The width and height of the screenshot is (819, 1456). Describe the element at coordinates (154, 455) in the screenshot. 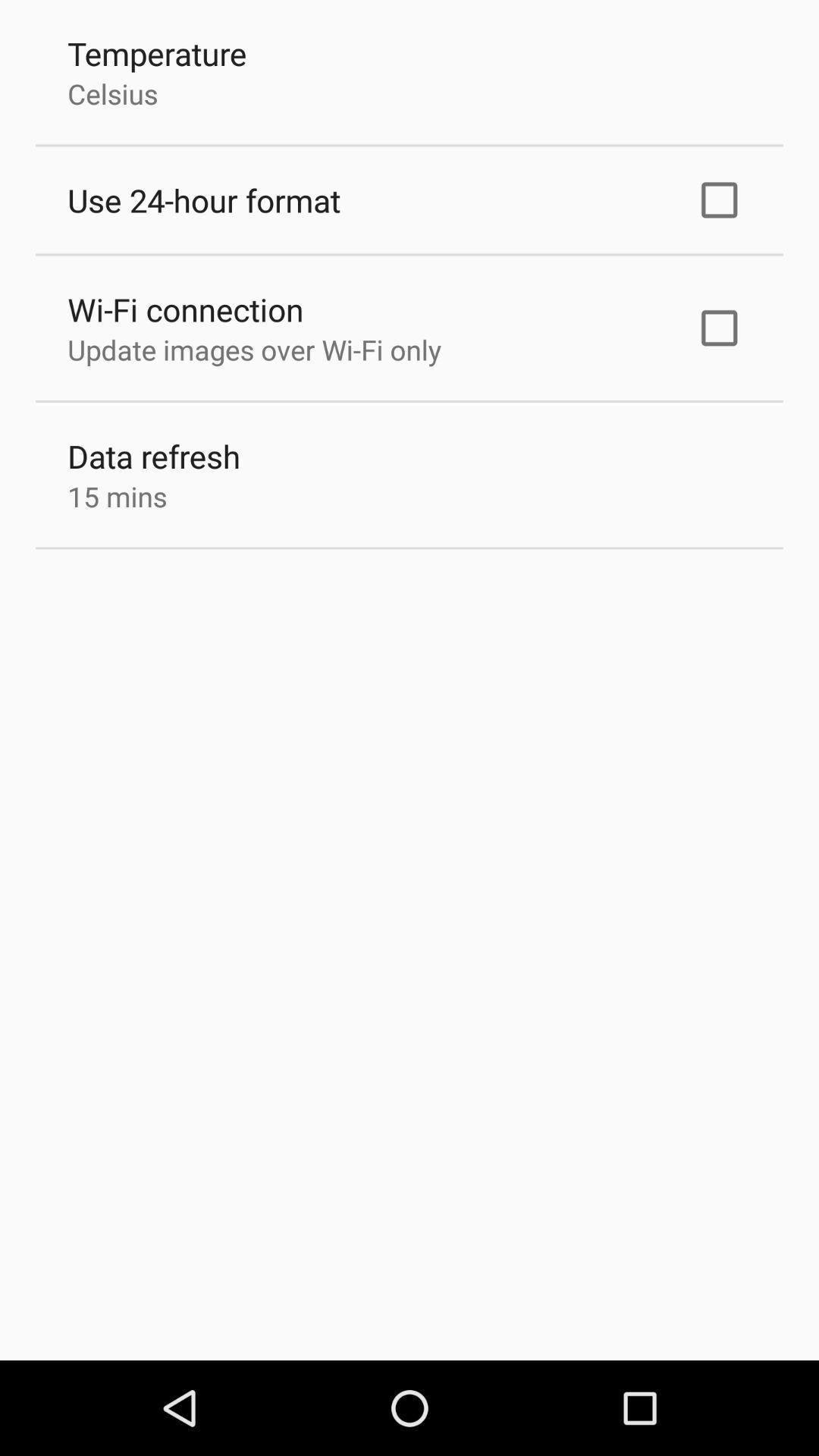

I see `the item above the 15 mins item` at that location.